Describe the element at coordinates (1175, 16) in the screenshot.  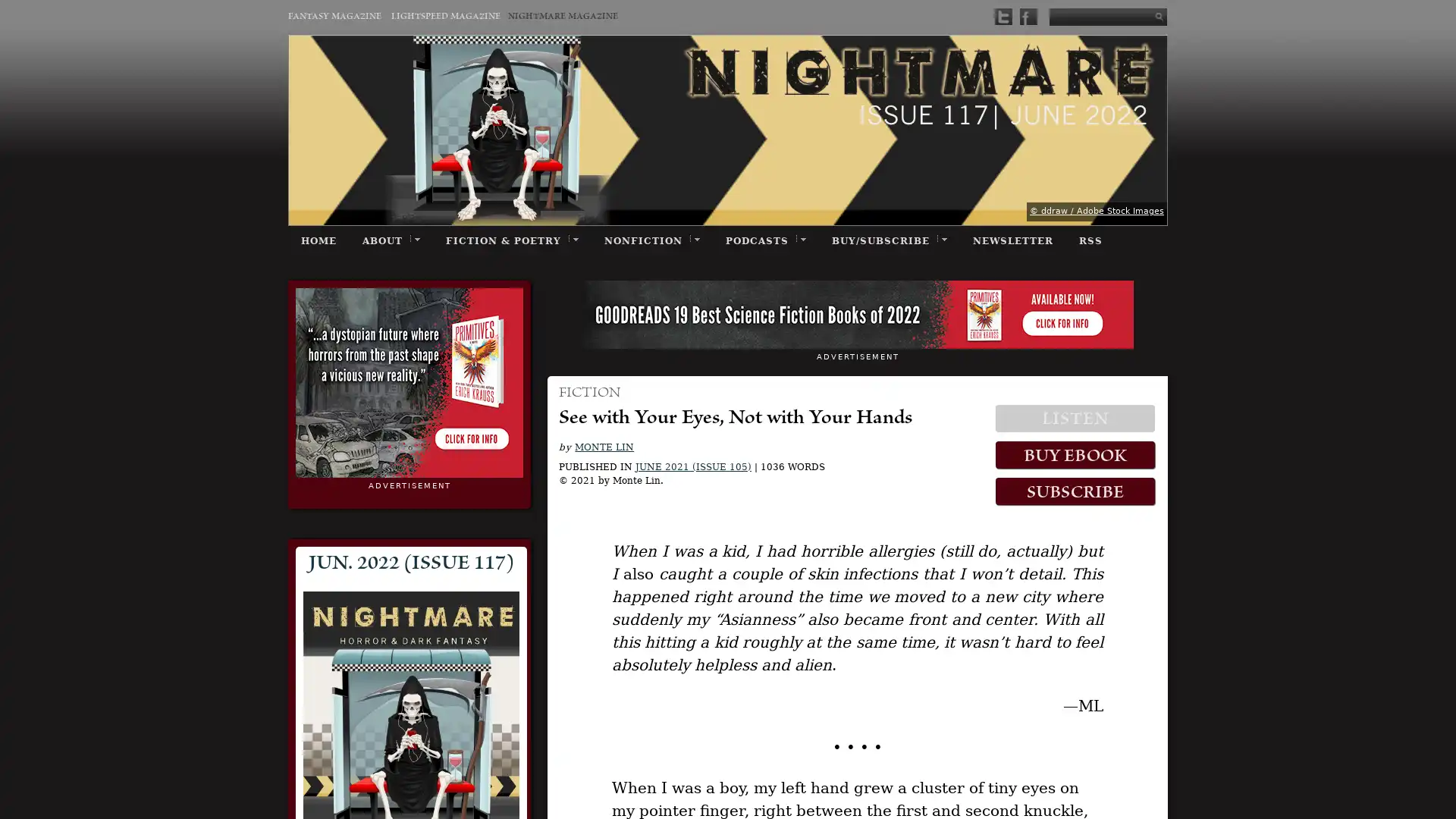
I see `Submit` at that location.